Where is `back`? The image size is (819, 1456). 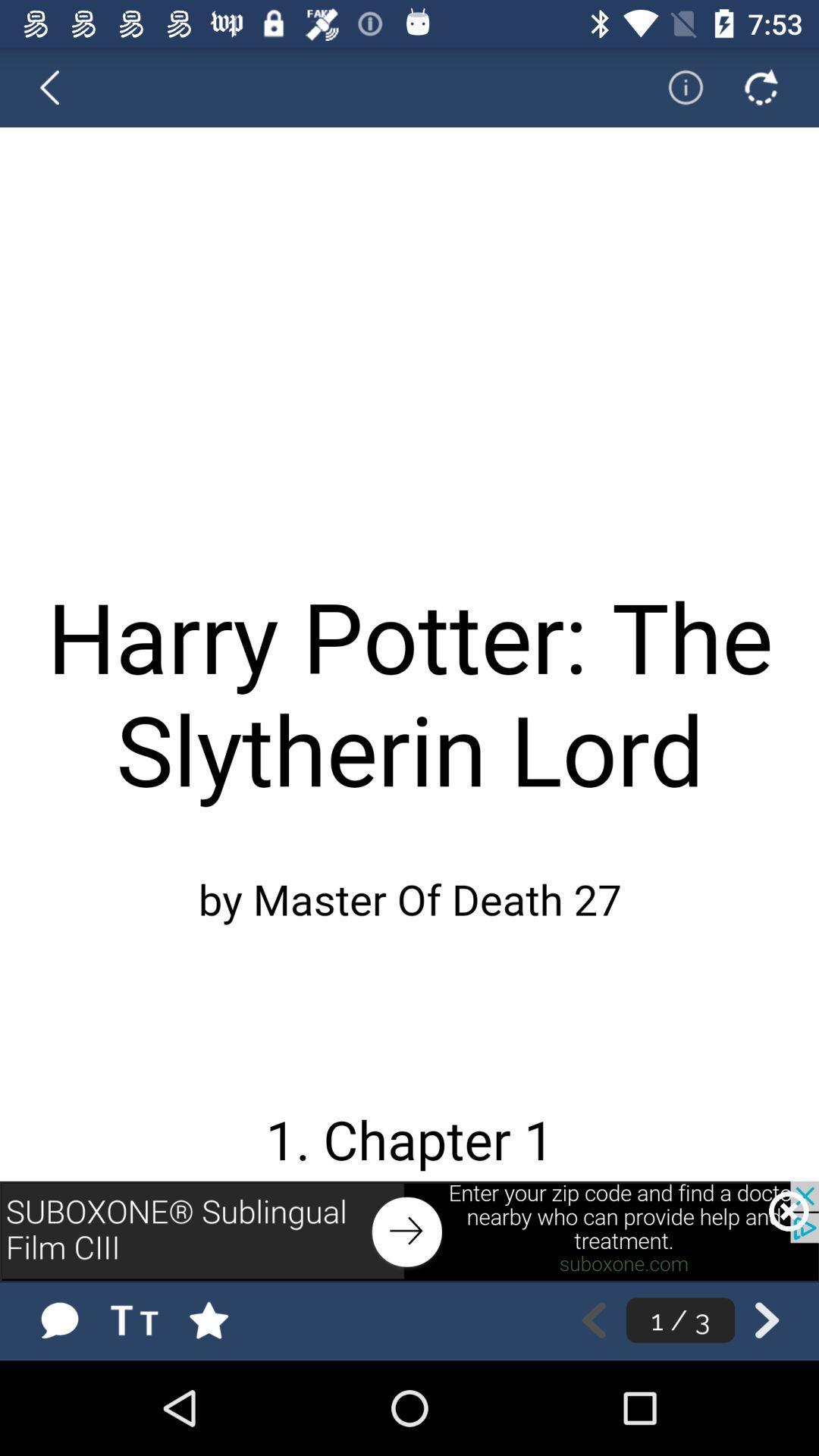 back is located at coordinates (767, 1319).